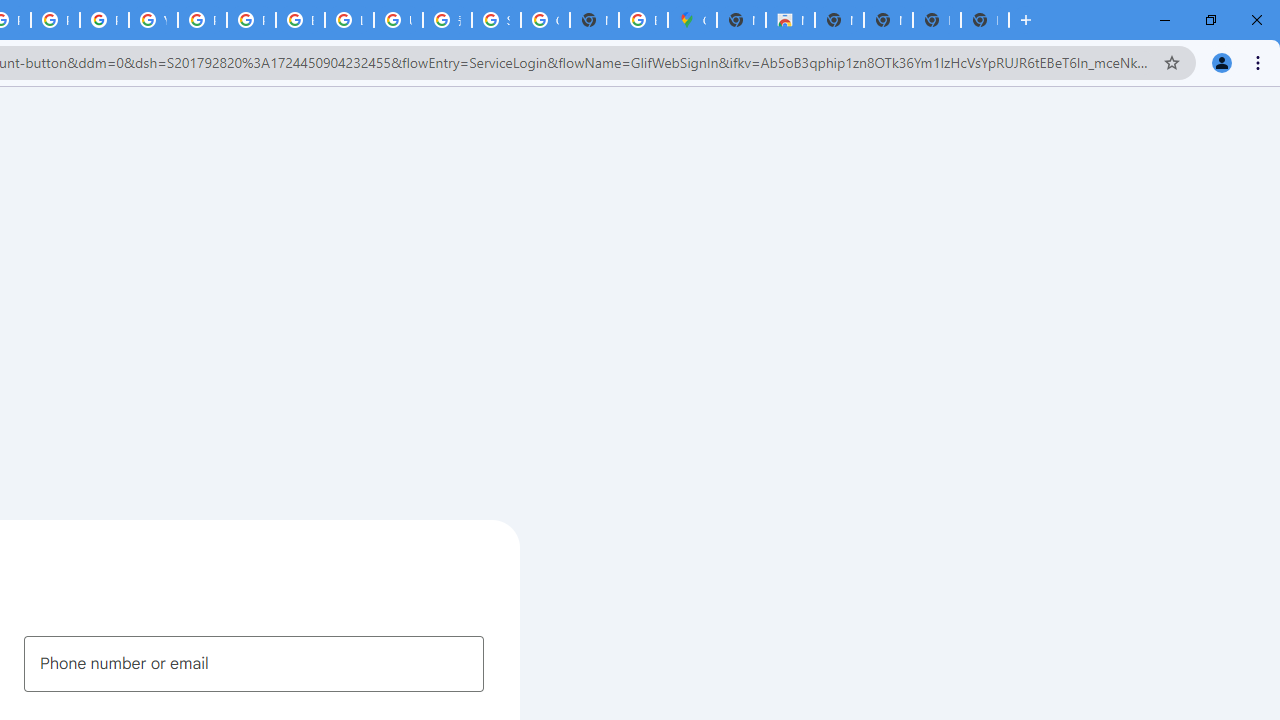  Describe the element at coordinates (984, 20) in the screenshot. I see `'New Tab'` at that location.